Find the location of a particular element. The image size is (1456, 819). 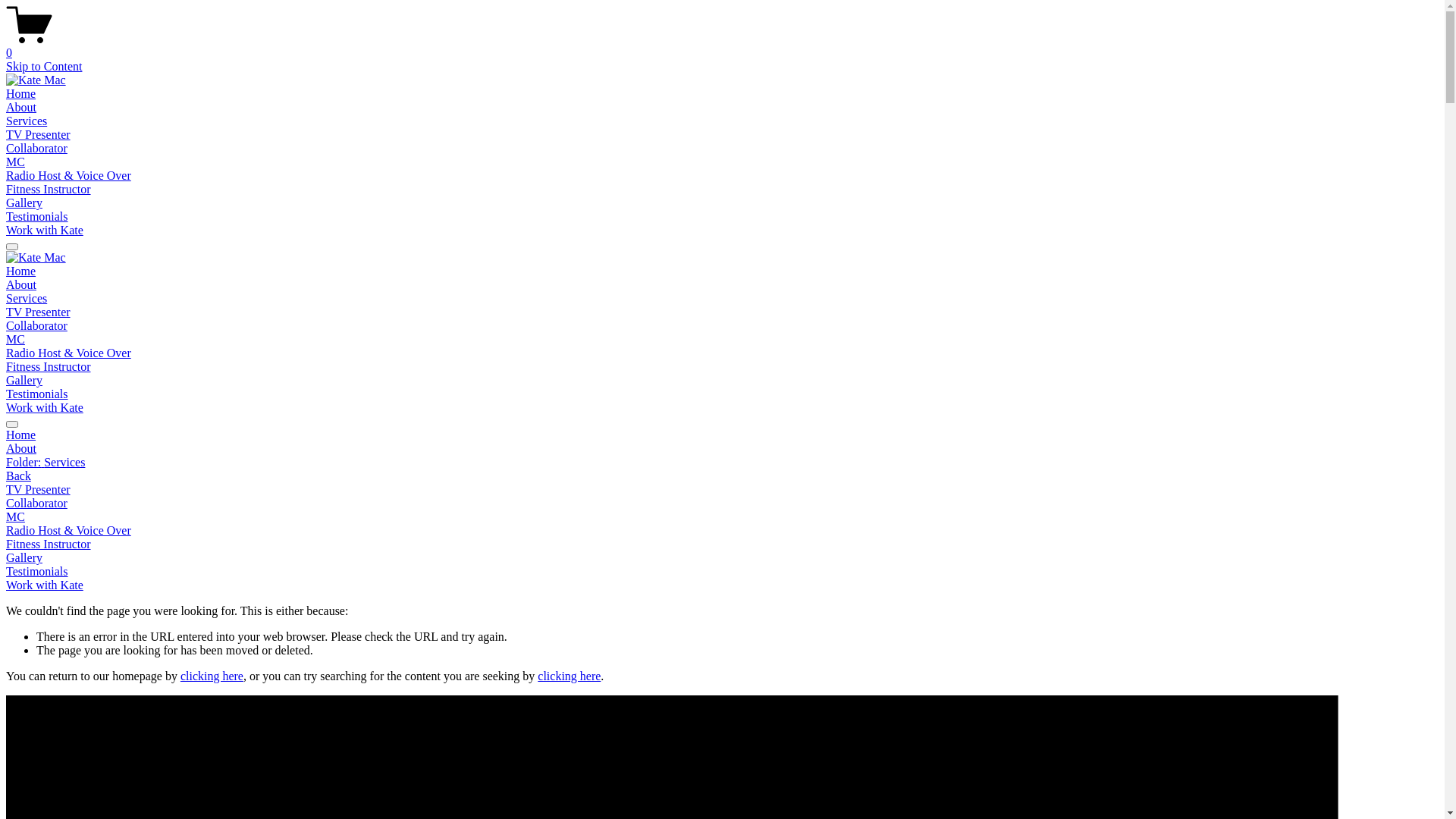

'Services' is located at coordinates (6, 298).